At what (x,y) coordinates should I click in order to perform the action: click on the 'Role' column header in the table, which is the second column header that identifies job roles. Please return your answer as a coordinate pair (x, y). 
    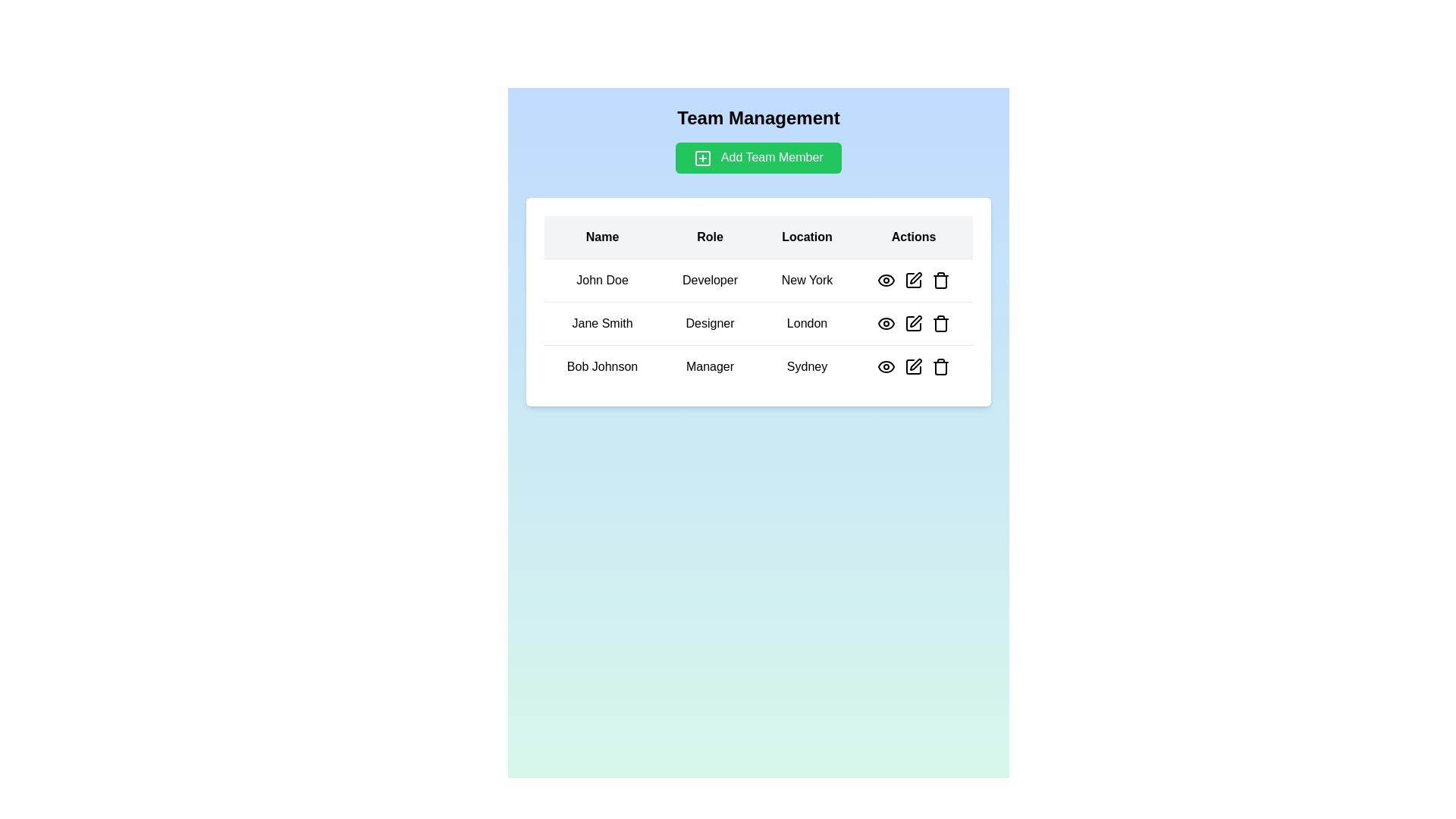
    Looking at the image, I should click on (709, 237).